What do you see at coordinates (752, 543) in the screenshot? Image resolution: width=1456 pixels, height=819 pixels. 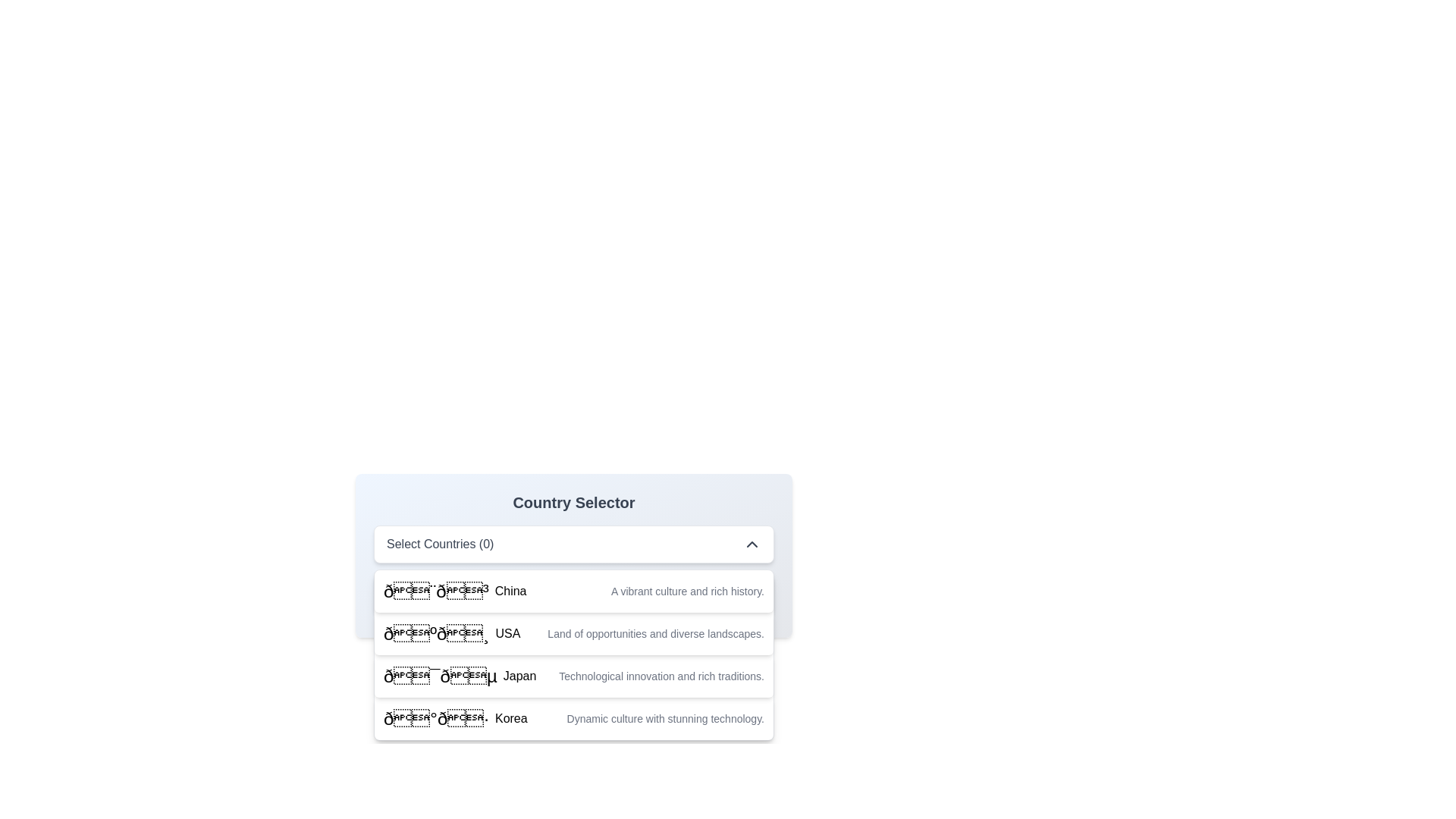 I see `the chevron-up icon with a black outline located at the top-right corner of the 'Select Countries (0)' panel` at bounding box center [752, 543].